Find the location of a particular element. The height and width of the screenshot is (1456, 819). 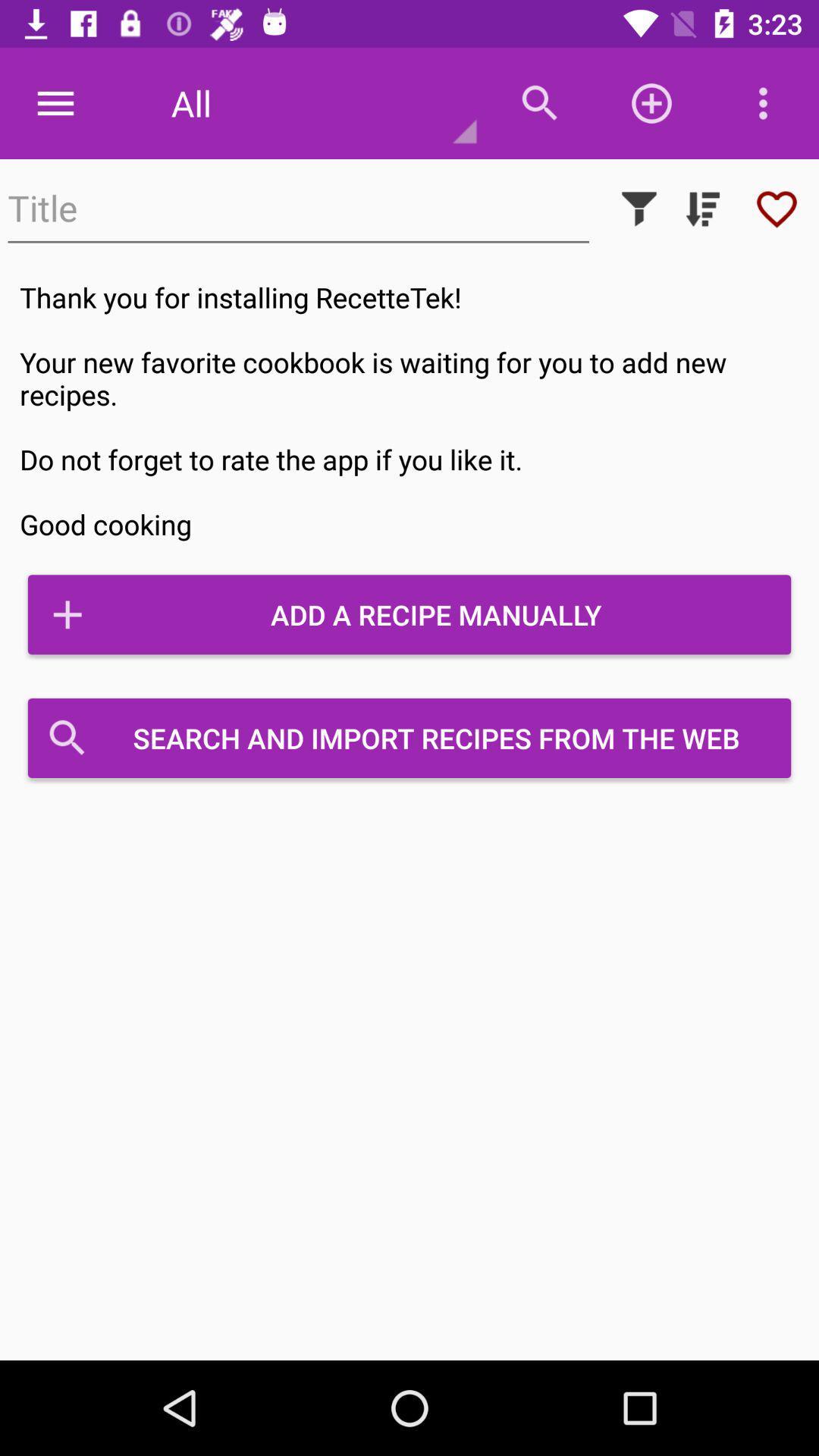

the item to the left of the all item is located at coordinates (55, 102).